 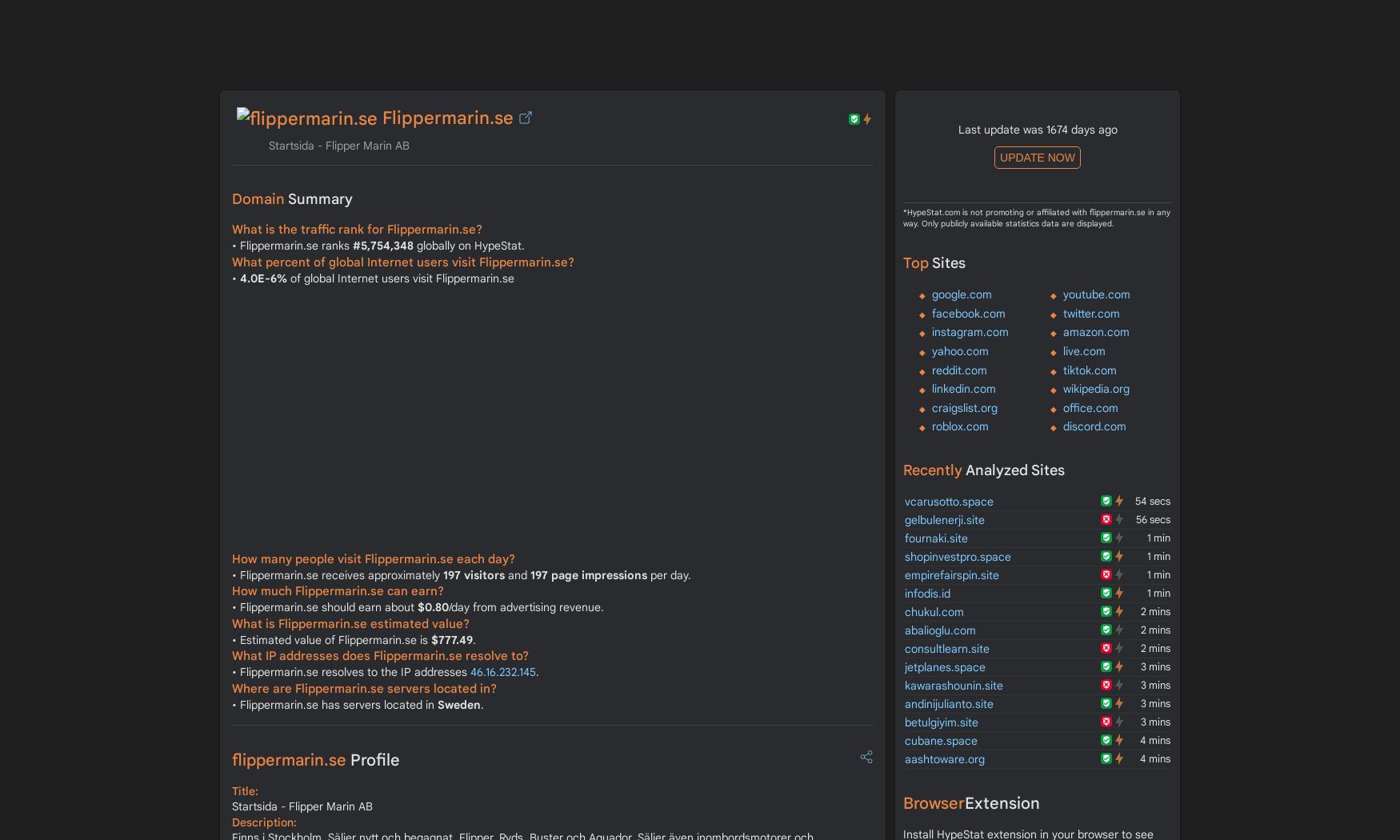 I want to click on 'WHOIS', so click(x=1064, y=9).